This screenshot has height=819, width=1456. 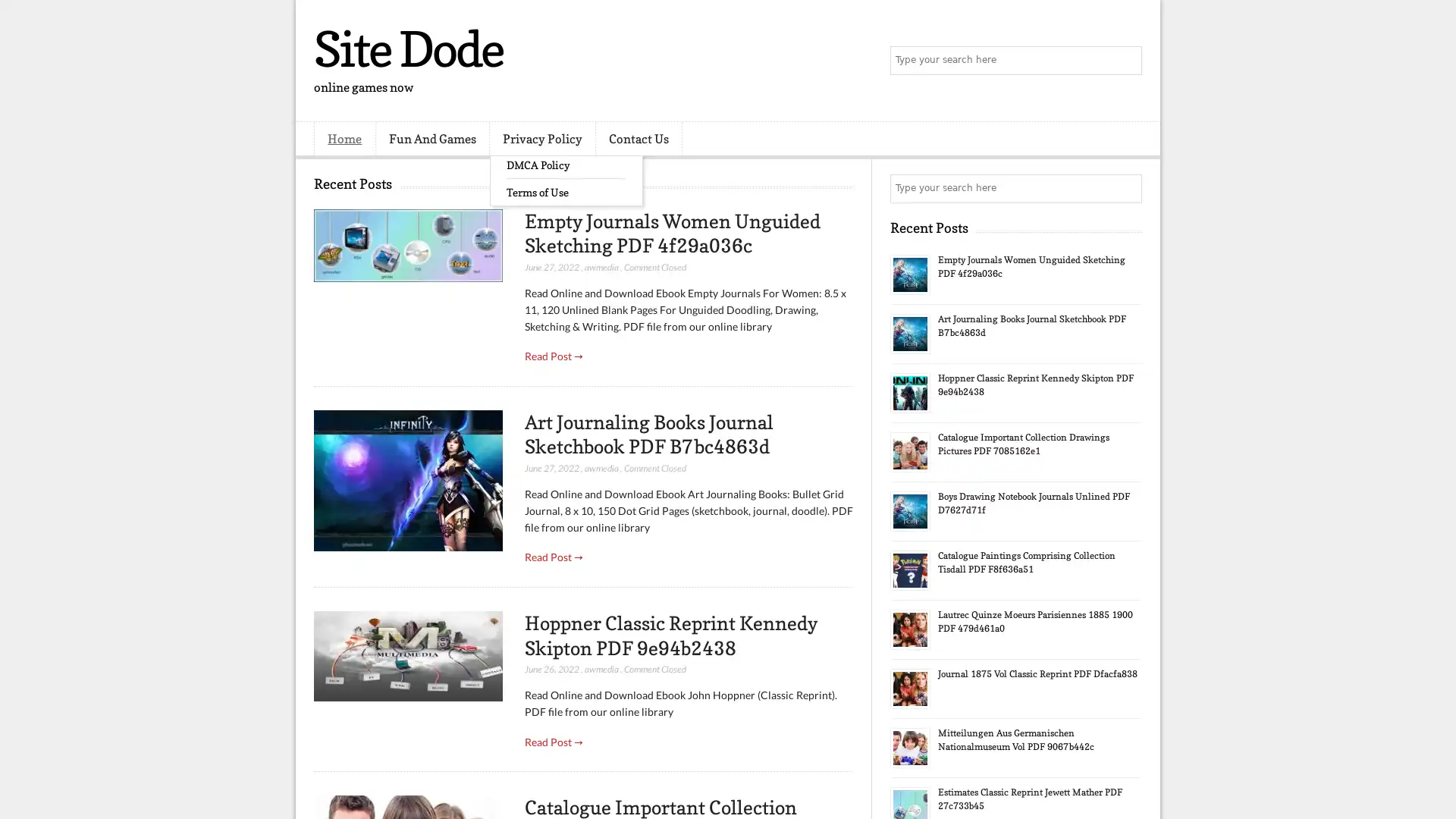 What do you see at coordinates (1126, 188) in the screenshot?
I see `Search` at bounding box center [1126, 188].